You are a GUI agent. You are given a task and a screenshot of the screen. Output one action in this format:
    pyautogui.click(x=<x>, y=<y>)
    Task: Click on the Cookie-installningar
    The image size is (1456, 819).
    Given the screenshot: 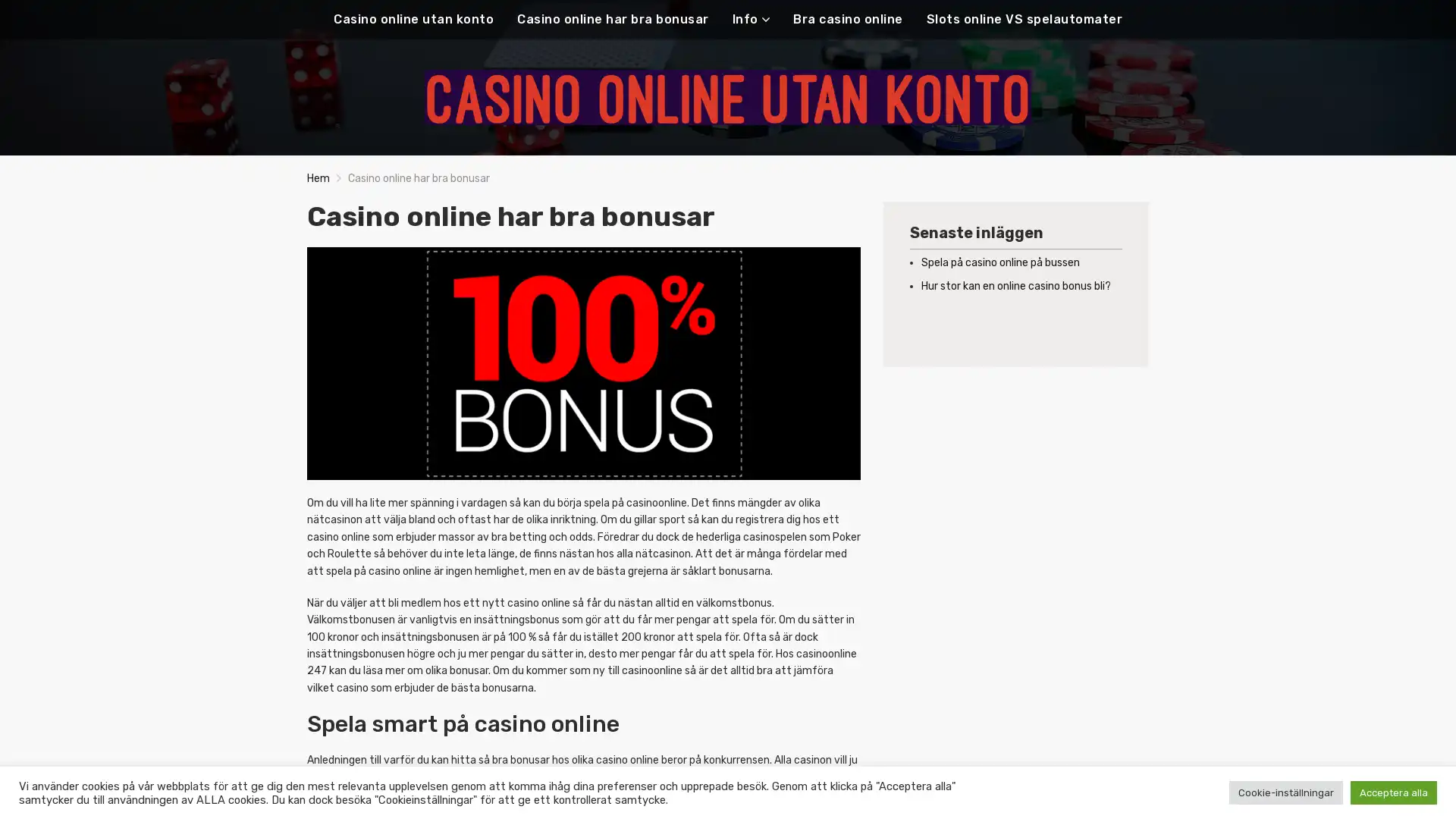 What is the action you would take?
    pyautogui.click(x=1285, y=792)
    